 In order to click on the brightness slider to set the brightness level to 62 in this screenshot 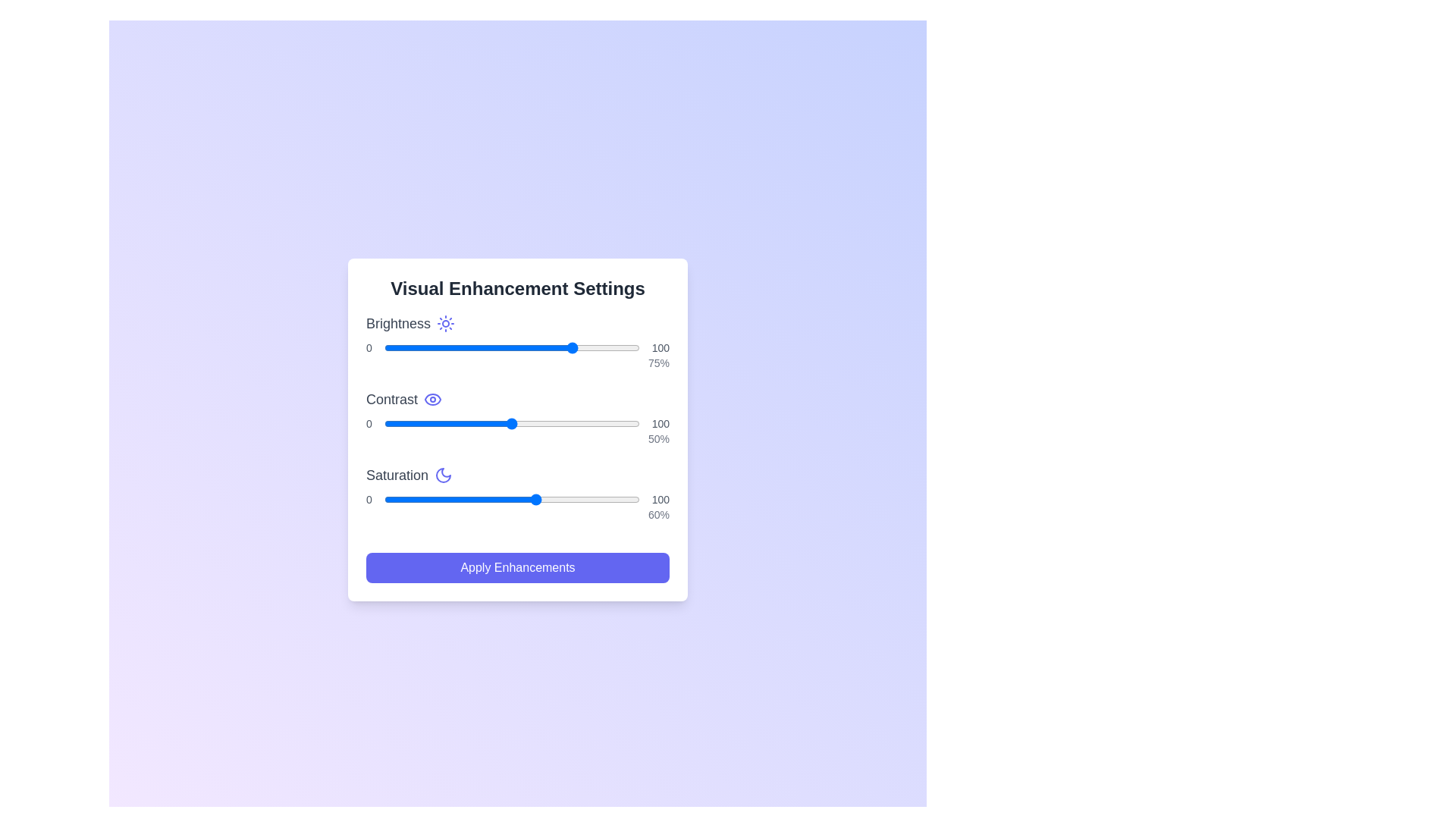, I will do `click(542, 348)`.